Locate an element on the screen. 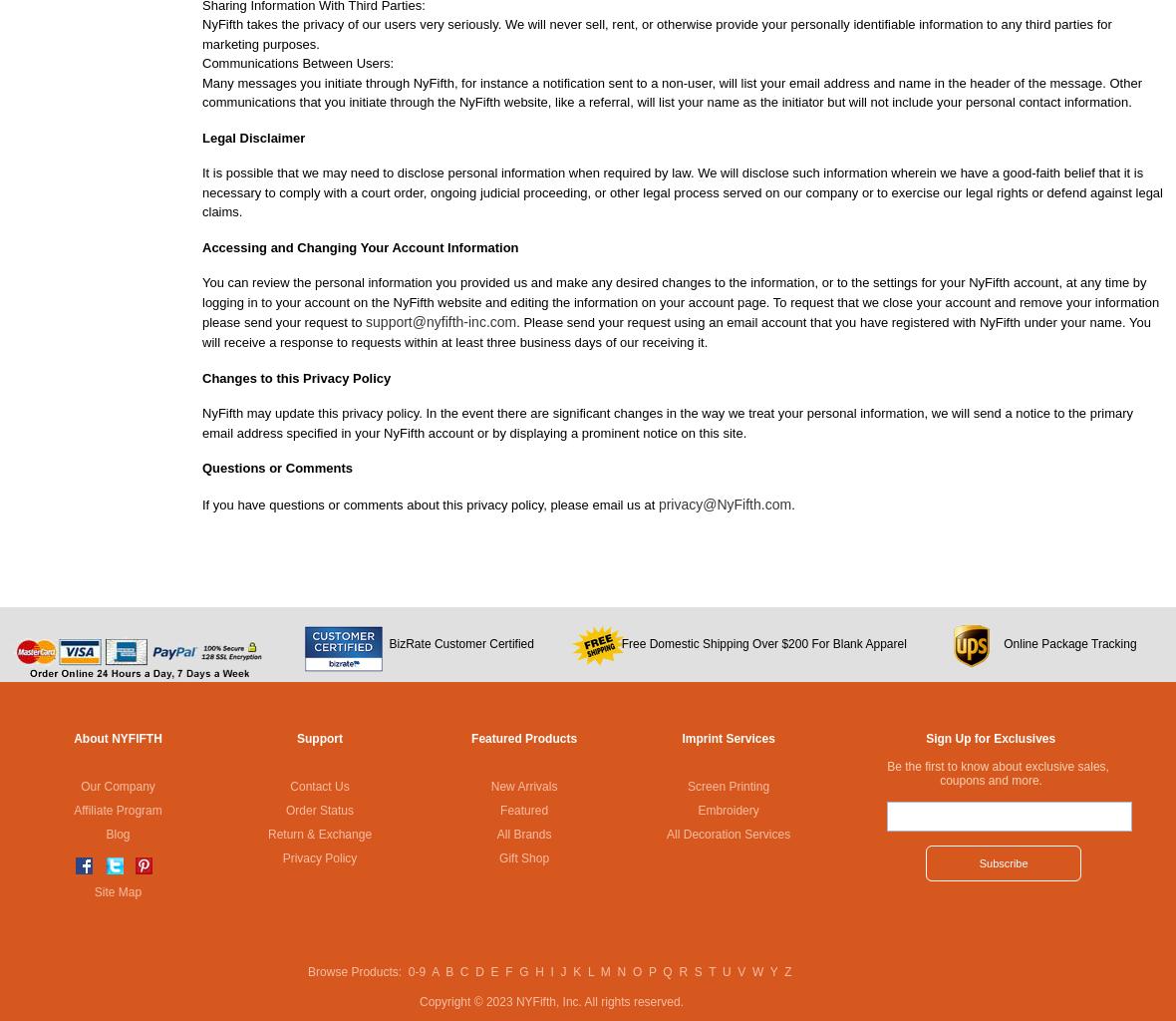 The image size is (1176, 1021). 'Sign Up for Exclusives' is located at coordinates (990, 737).